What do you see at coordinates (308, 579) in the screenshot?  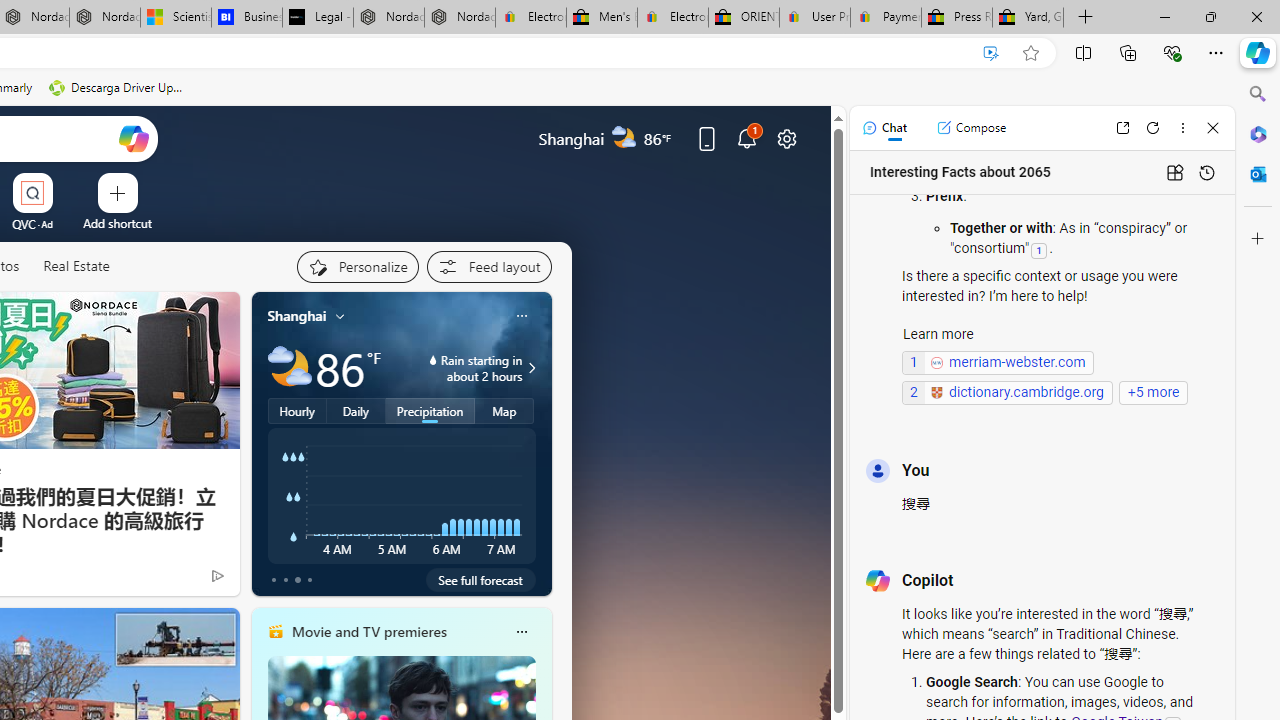 I see `'tab-3'` at bounding box center [308, 579].